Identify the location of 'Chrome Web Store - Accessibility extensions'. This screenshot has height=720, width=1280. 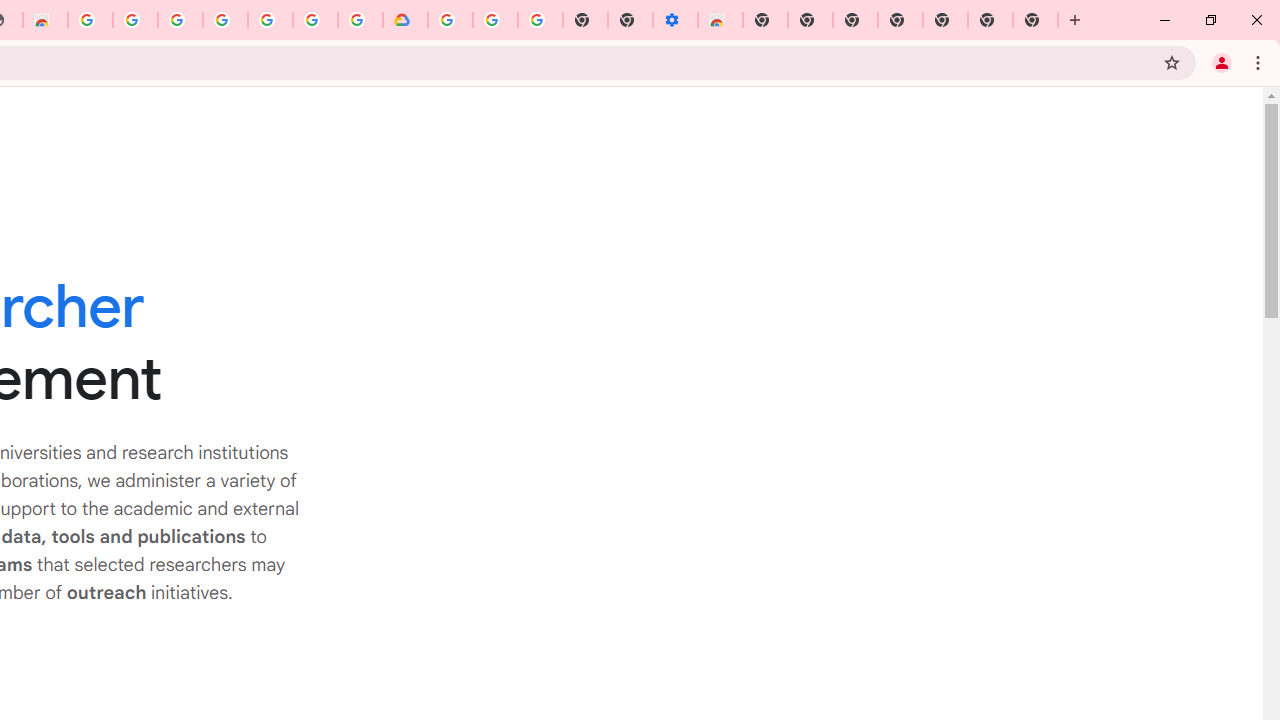
(720, 20).